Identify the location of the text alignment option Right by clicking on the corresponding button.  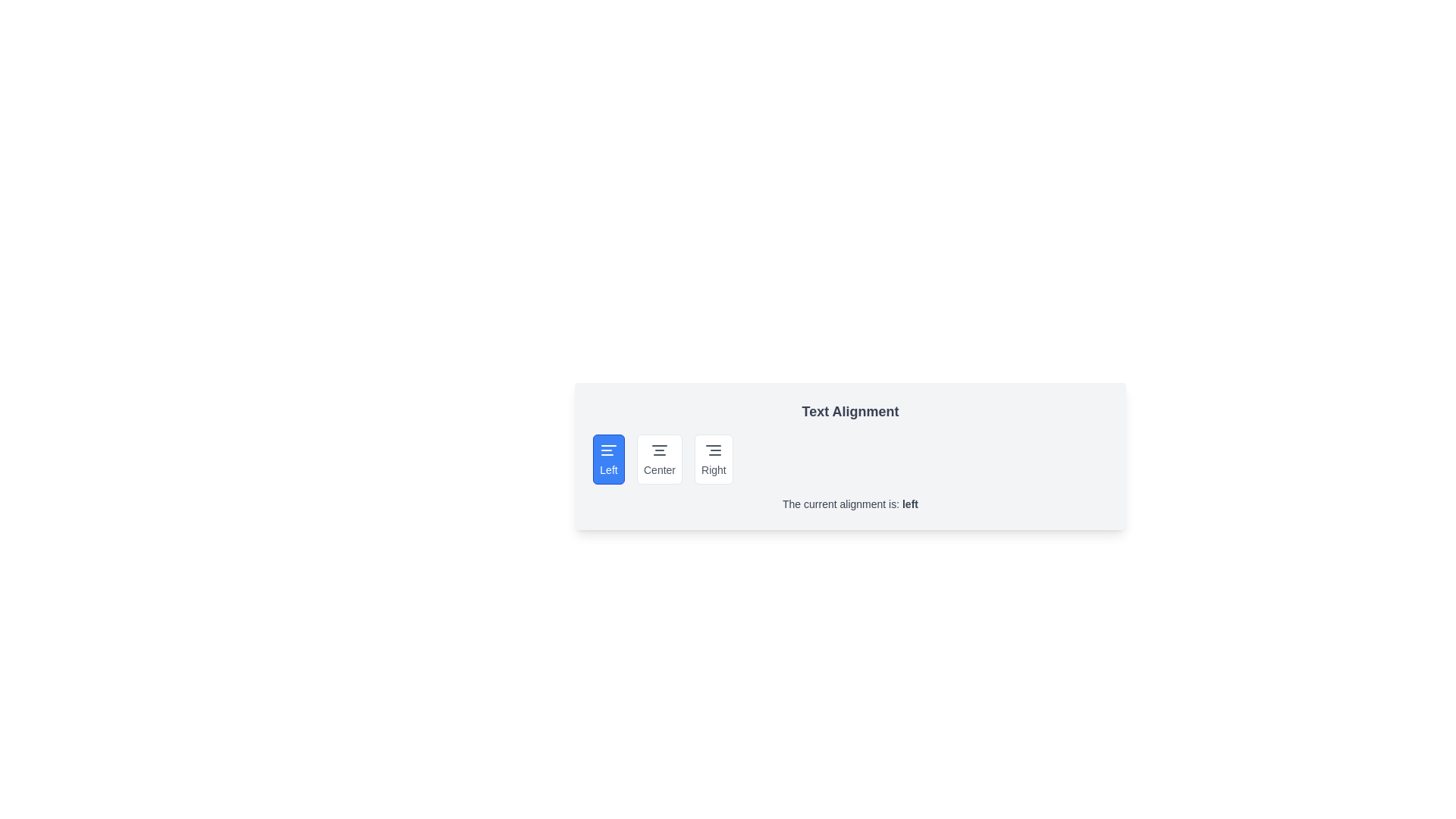
(712, 458).